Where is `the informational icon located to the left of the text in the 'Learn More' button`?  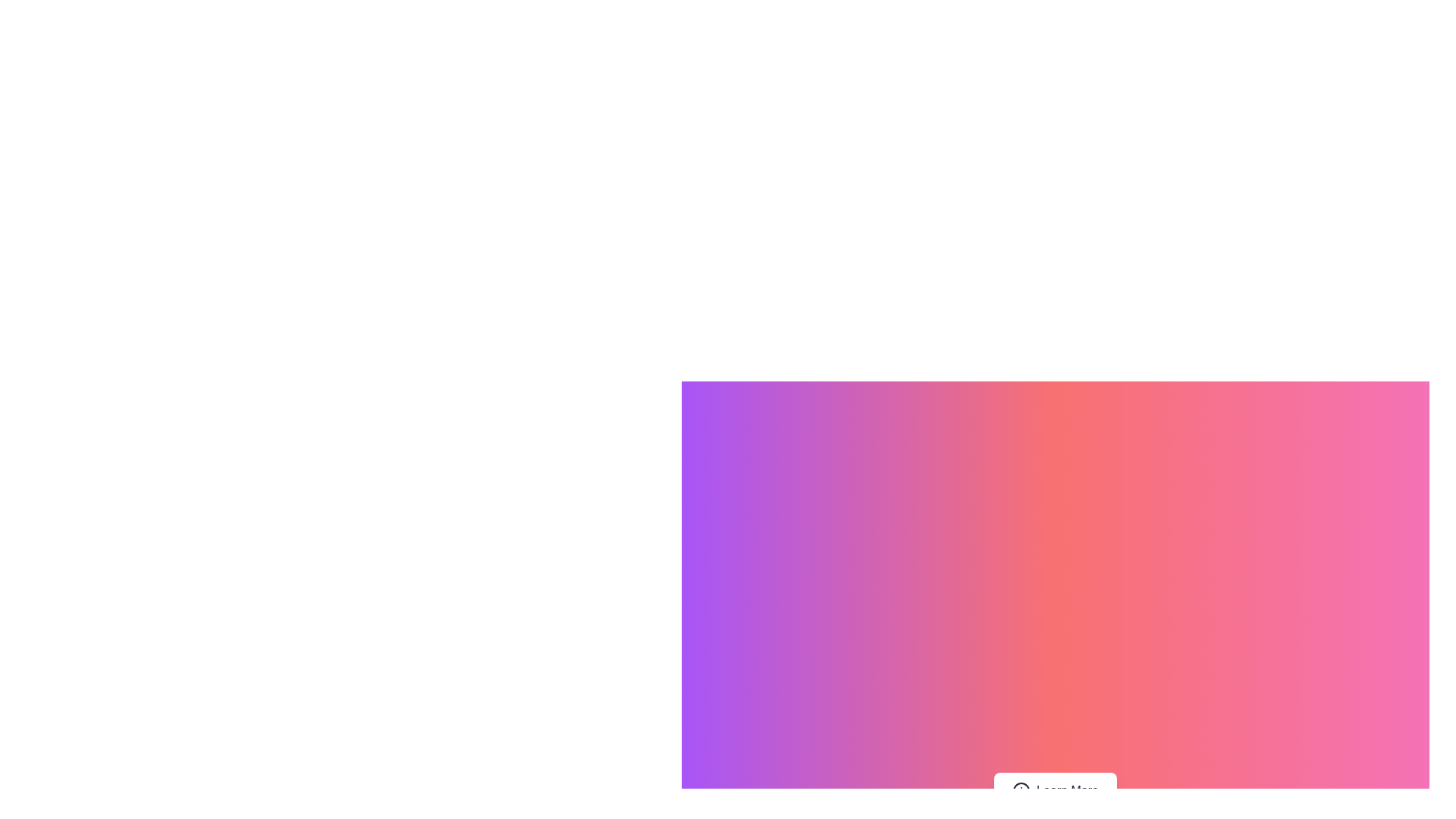
the informational icon located to the left of the text in the 'Learn More' button is located at coordinates (1021, 789).